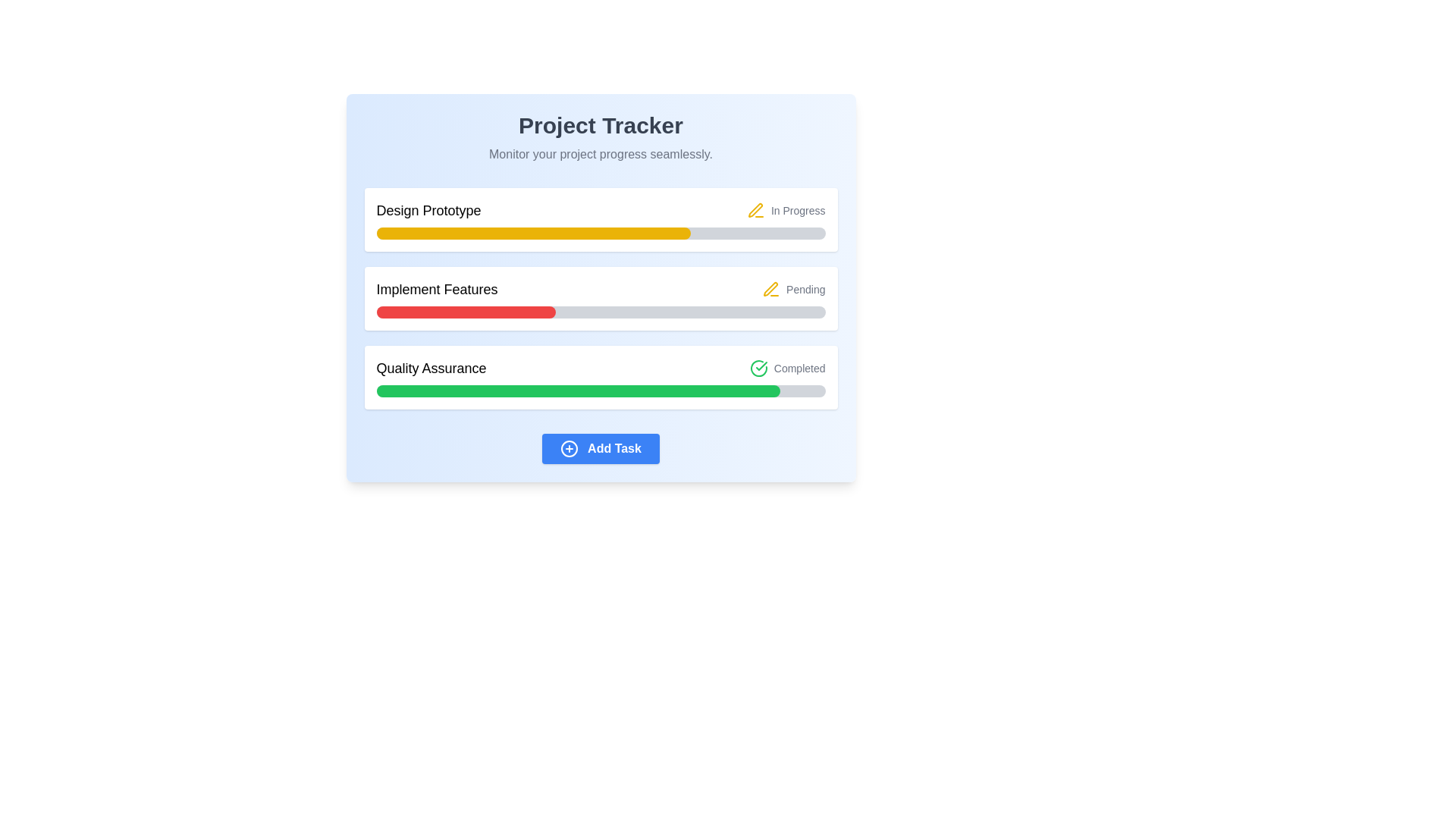  What do you see at coordinates (771, 289) in the screenshot?
I see `the 'Pending' status icon (SVG) located to the left of the 'Pending' label in the second row of the status indicator list` at bounding box center [771, 289].